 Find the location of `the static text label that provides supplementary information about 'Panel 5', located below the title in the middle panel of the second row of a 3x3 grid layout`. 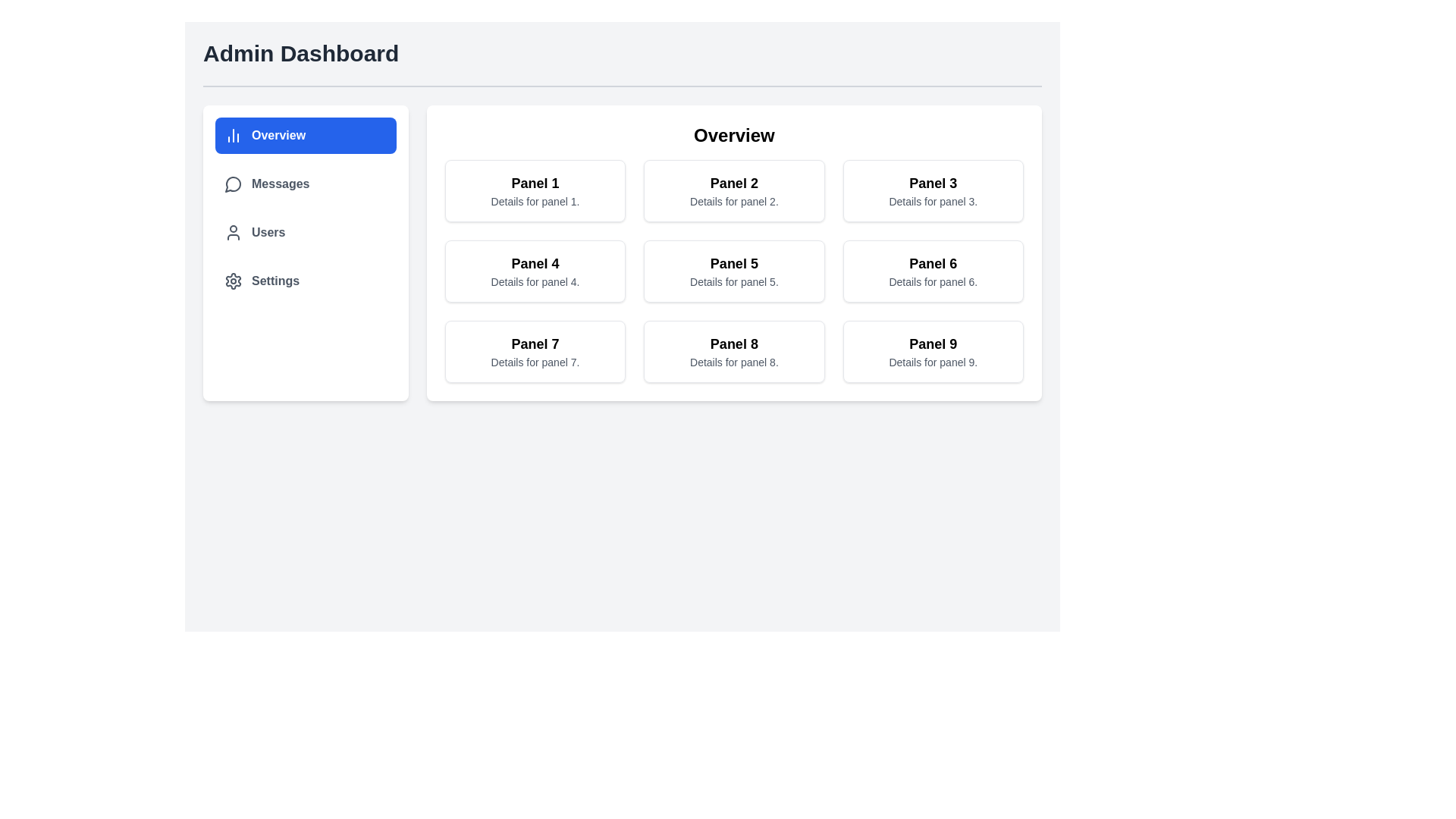

the static text label that provides supplementary information about 'Panel 5', located below the title in the middle panel of the second row of a 3x3 grid layout is located at coordinates (734, 281).